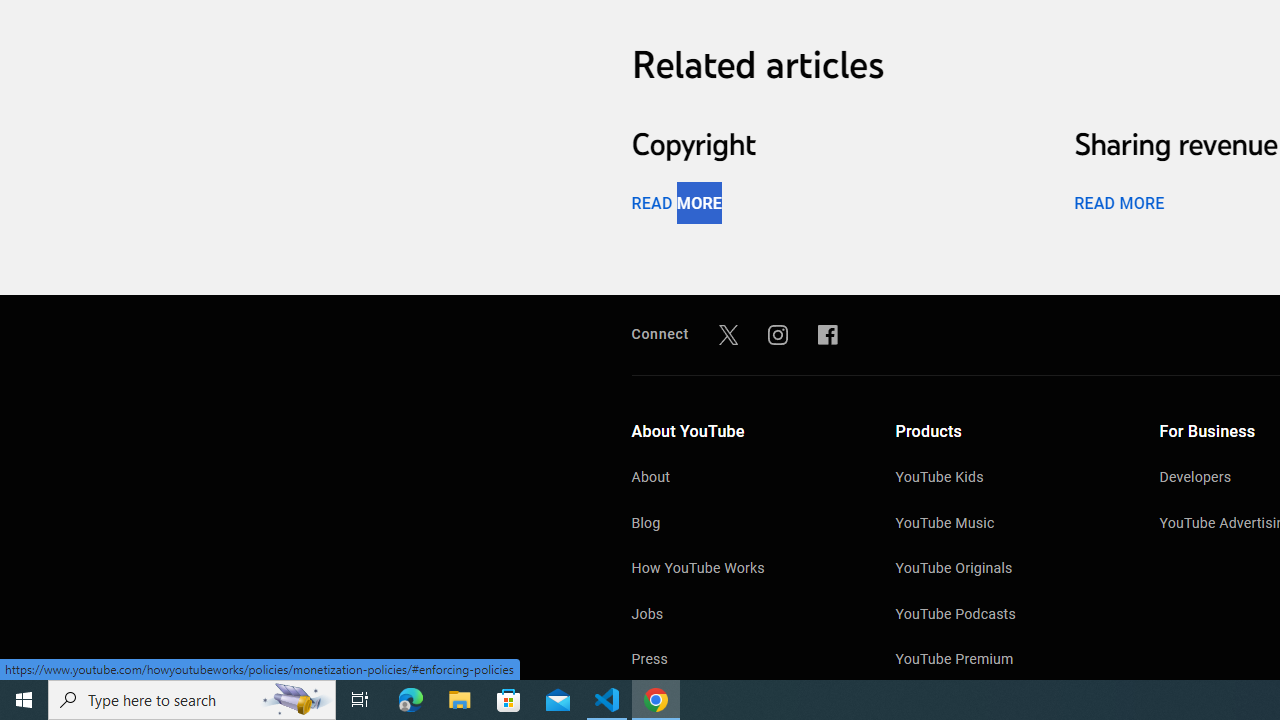 The image size is (1280, 720). I want to click on 'Instagram', so click(777, 333).